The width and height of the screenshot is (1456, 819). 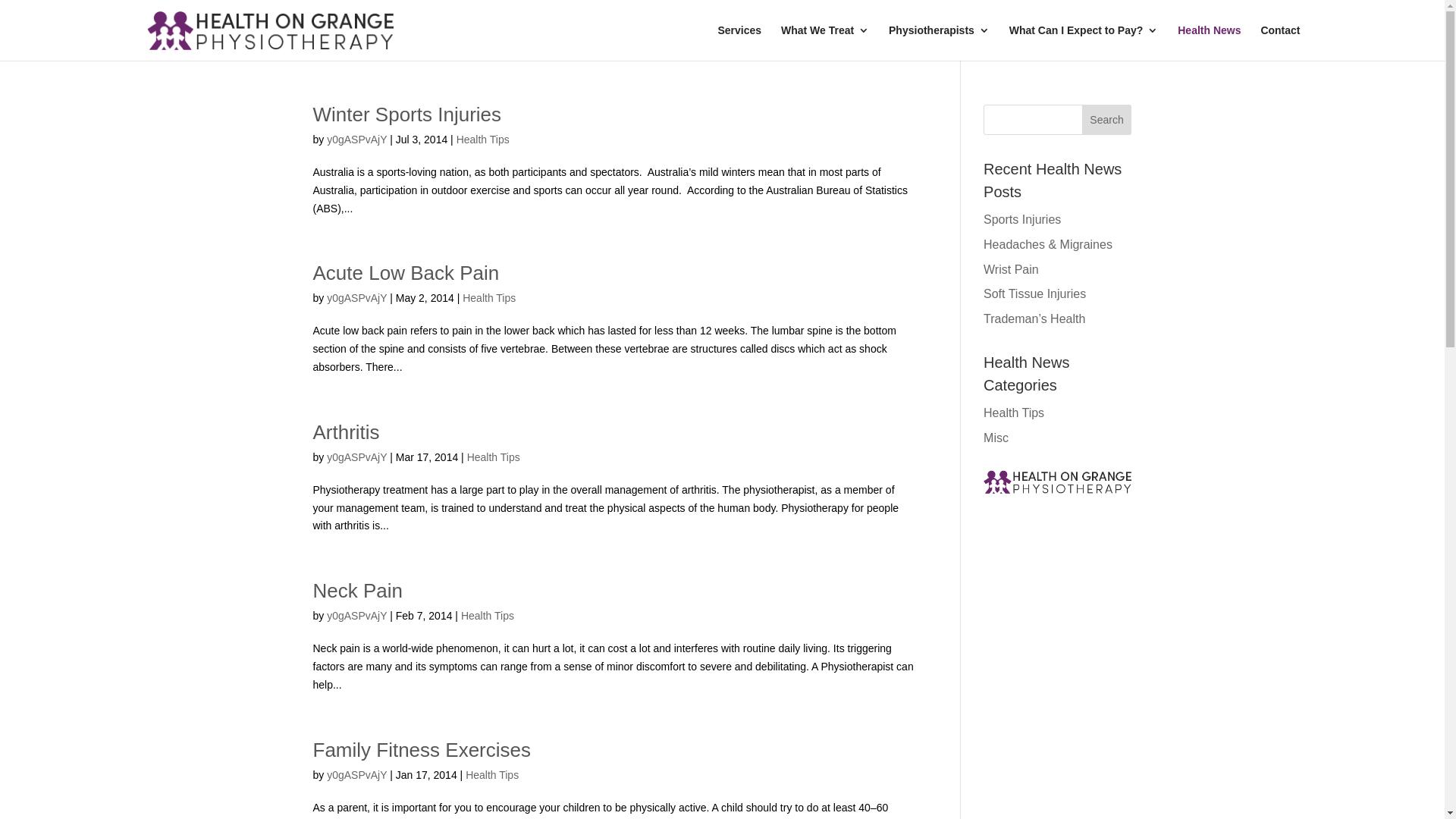 What do you see at coordinates (1208, 42) in the screenshot?
I see `'Health News'` at bounding box center [1208, 42].